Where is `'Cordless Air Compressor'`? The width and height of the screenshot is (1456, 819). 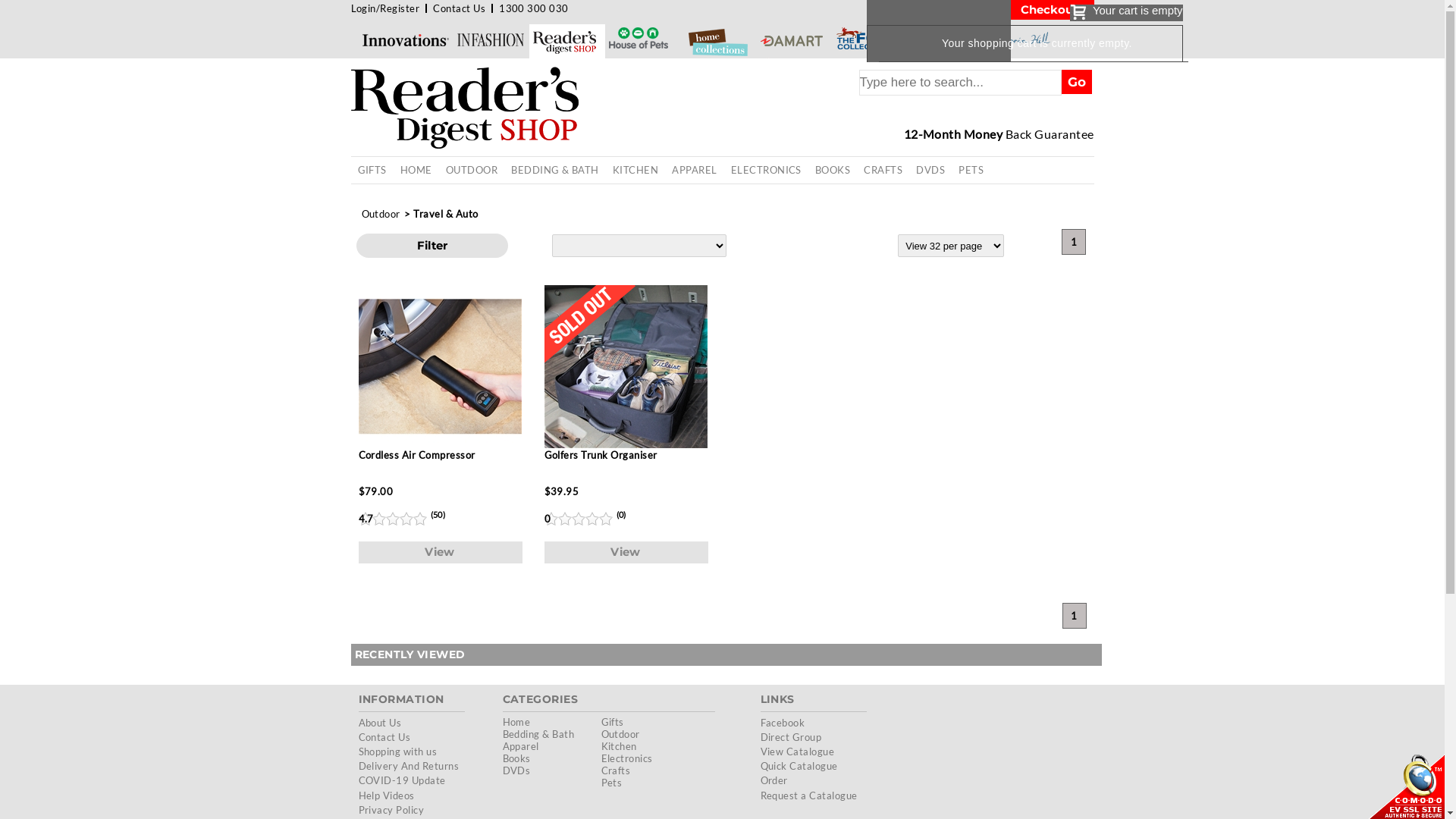 'Cordless Air Compressor' is located at coordinates (438, 381).